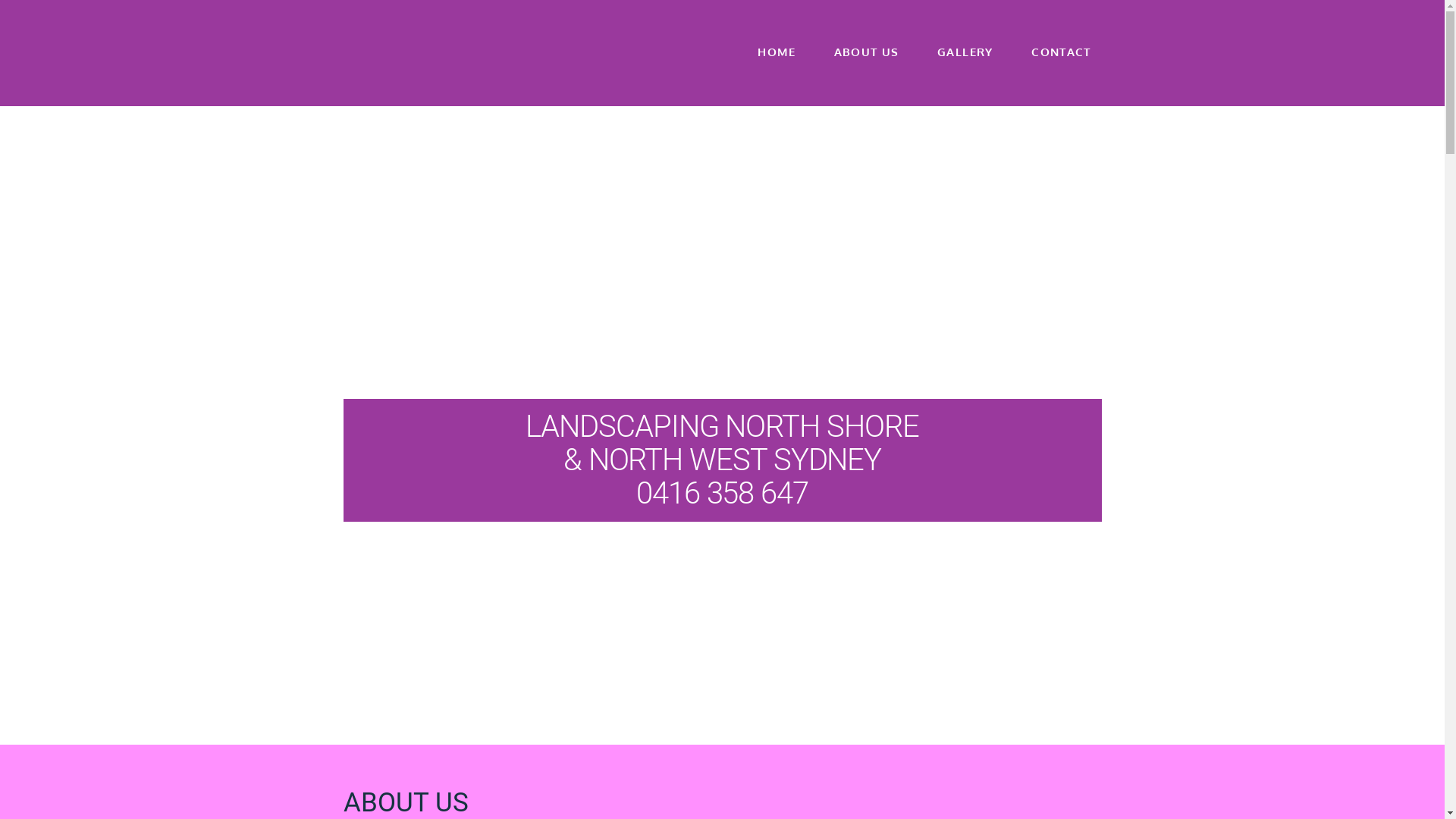 This screenshot has height=819, width=1456. Describe the element at coordinates (866, 63) in the screenshot. I see `'ABOUT US'` at that location.